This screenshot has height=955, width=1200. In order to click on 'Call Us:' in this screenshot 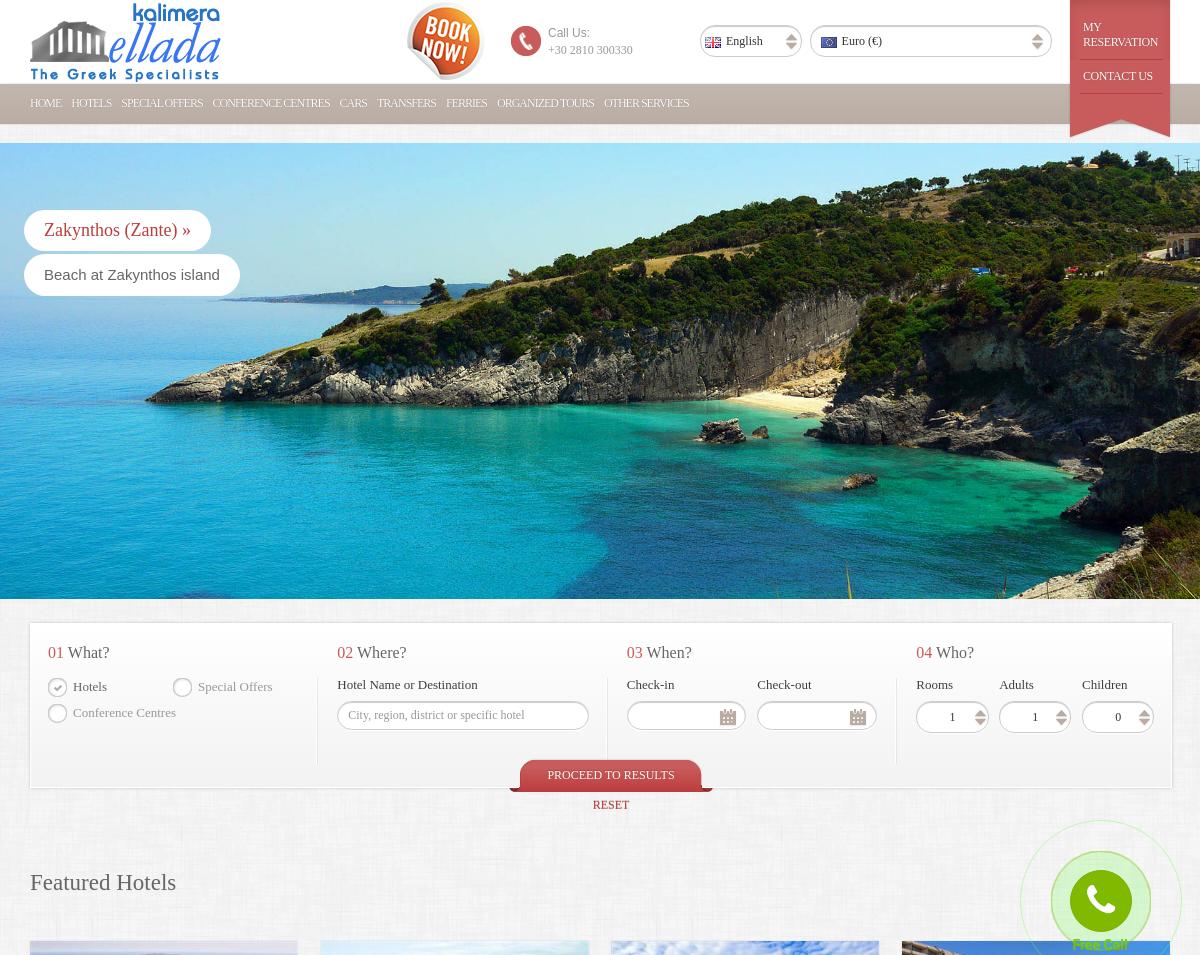, I will do `click(568, 32)`.